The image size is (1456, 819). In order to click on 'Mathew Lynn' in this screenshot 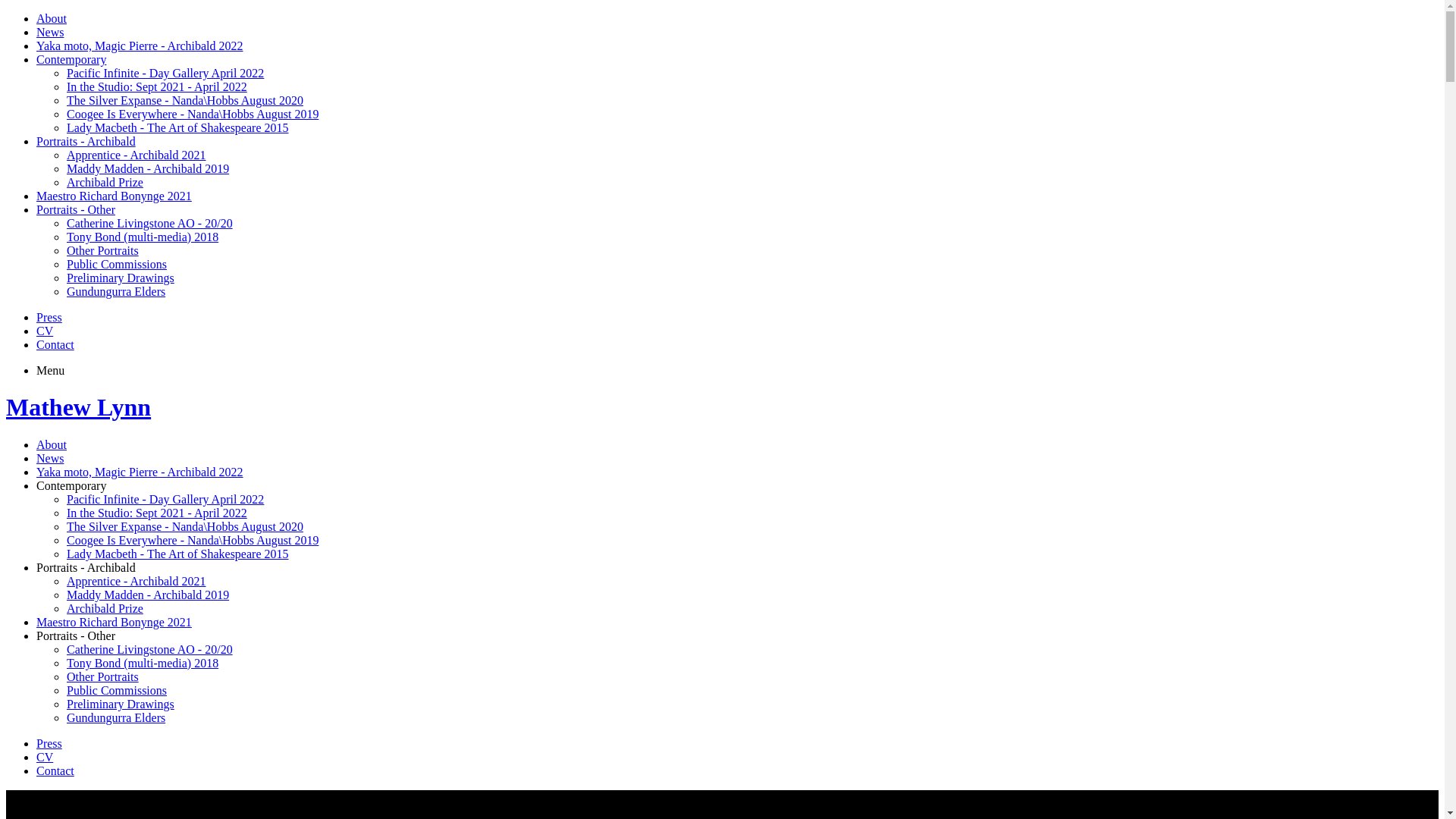, I will do `click(77, 406)`.